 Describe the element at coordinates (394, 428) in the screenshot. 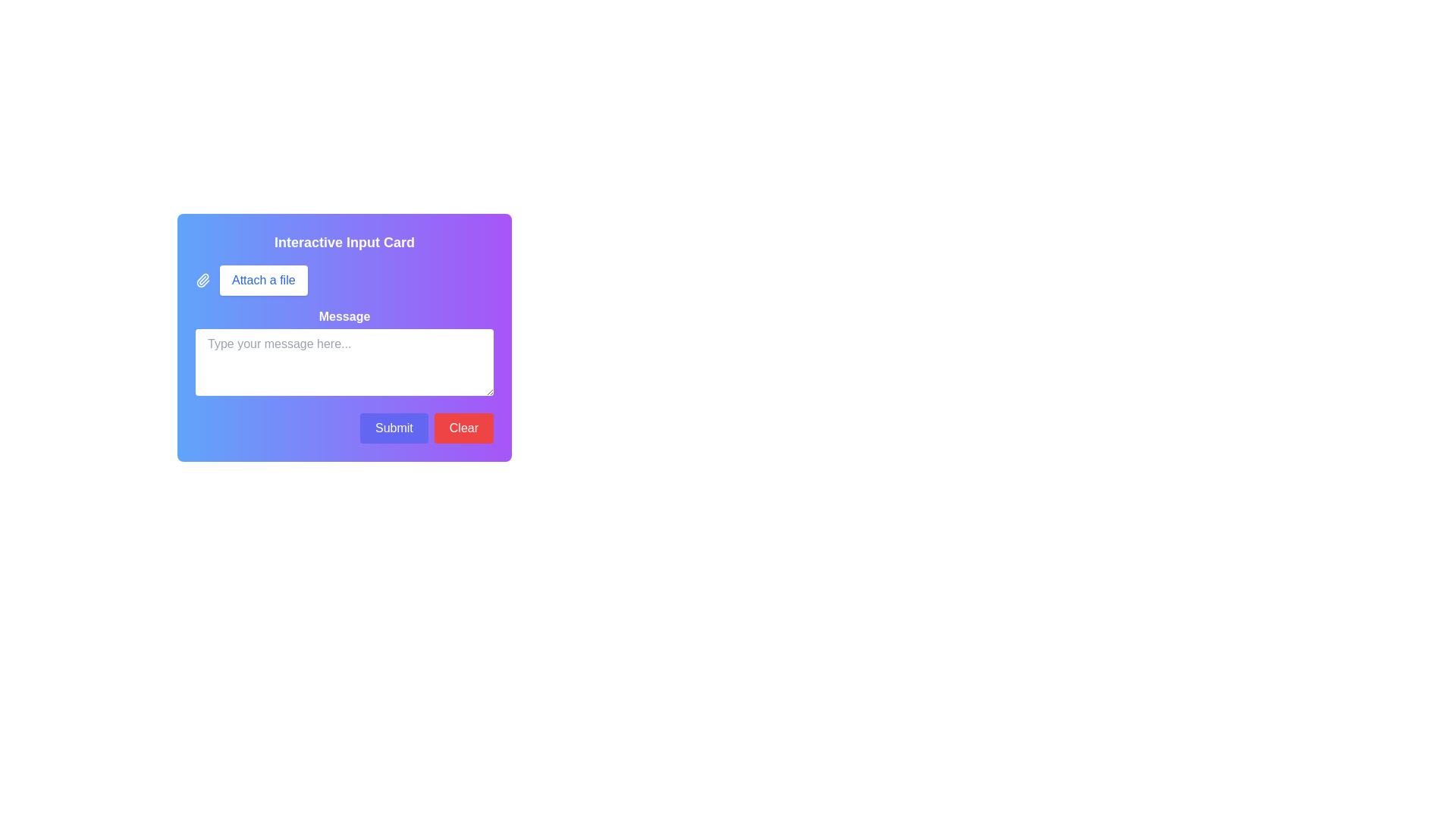

I see `the 'Submit' button` at that location.